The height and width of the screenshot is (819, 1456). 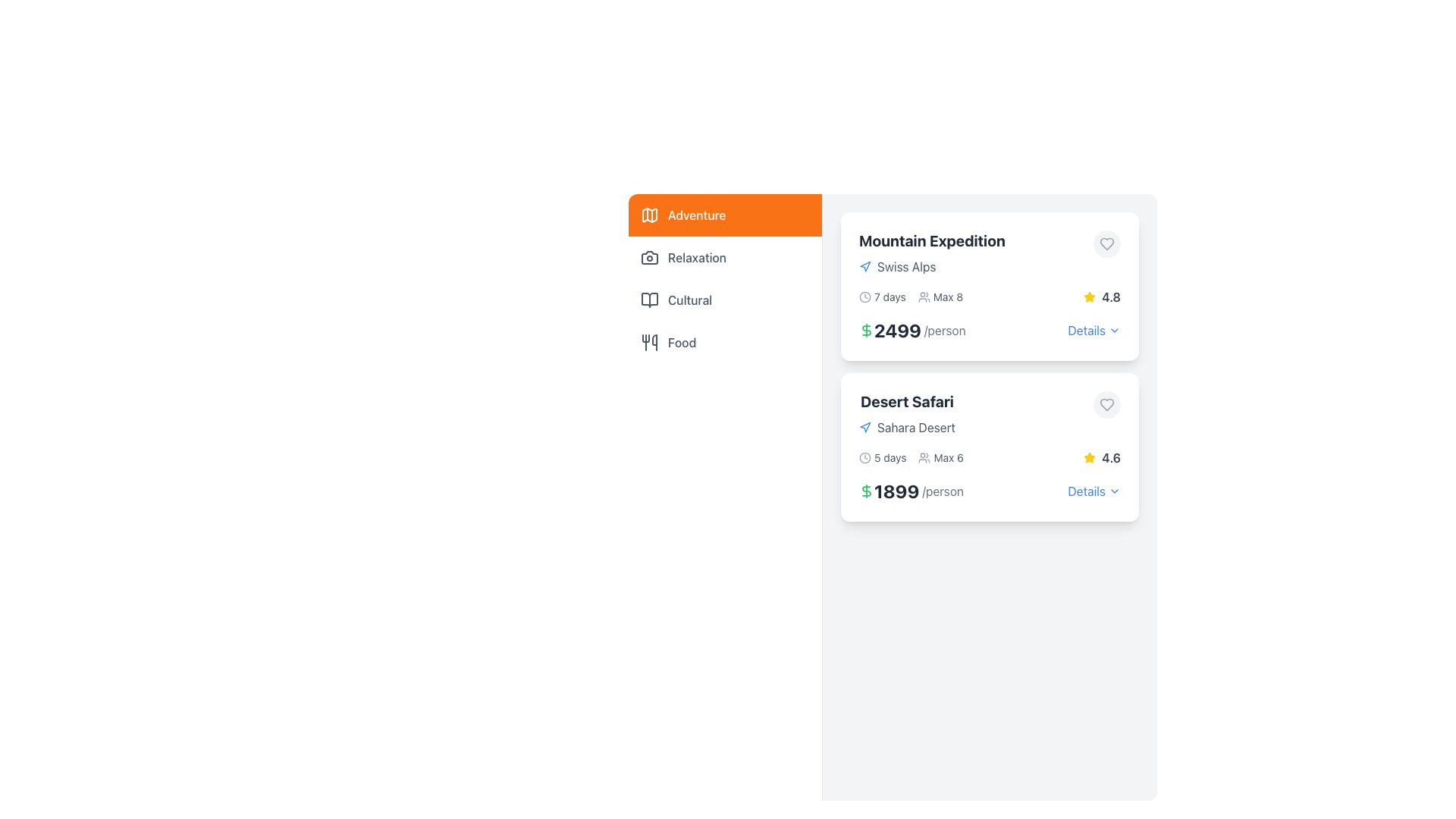 I want to click on the navigation link labeled 'Relaxation' located below 'Adventure' in the vertical menu, so click(x=696, y=256).